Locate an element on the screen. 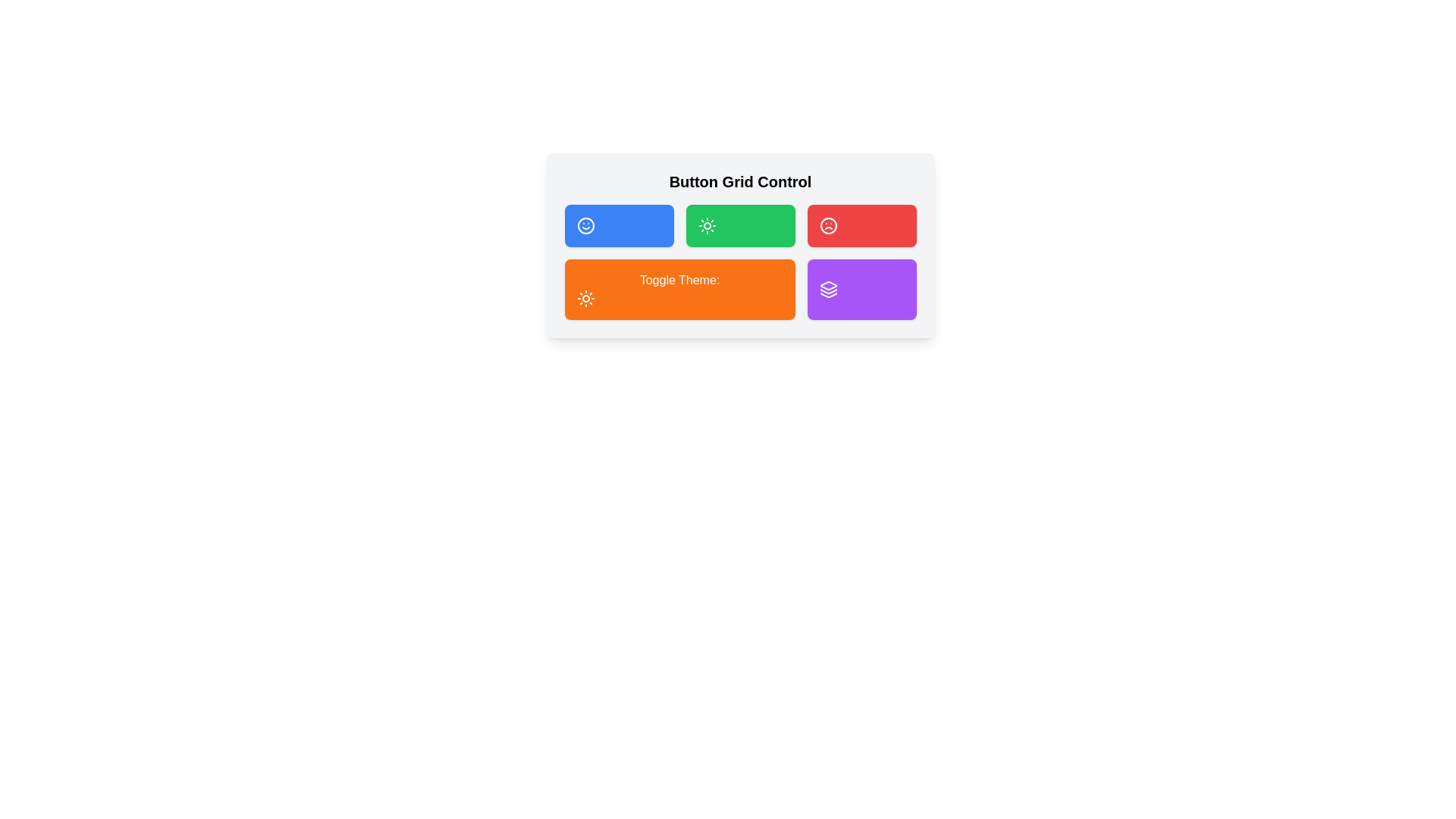  the sun icon located within the orange 'Toggle Theme:' button is located at coordinates (585, 298).